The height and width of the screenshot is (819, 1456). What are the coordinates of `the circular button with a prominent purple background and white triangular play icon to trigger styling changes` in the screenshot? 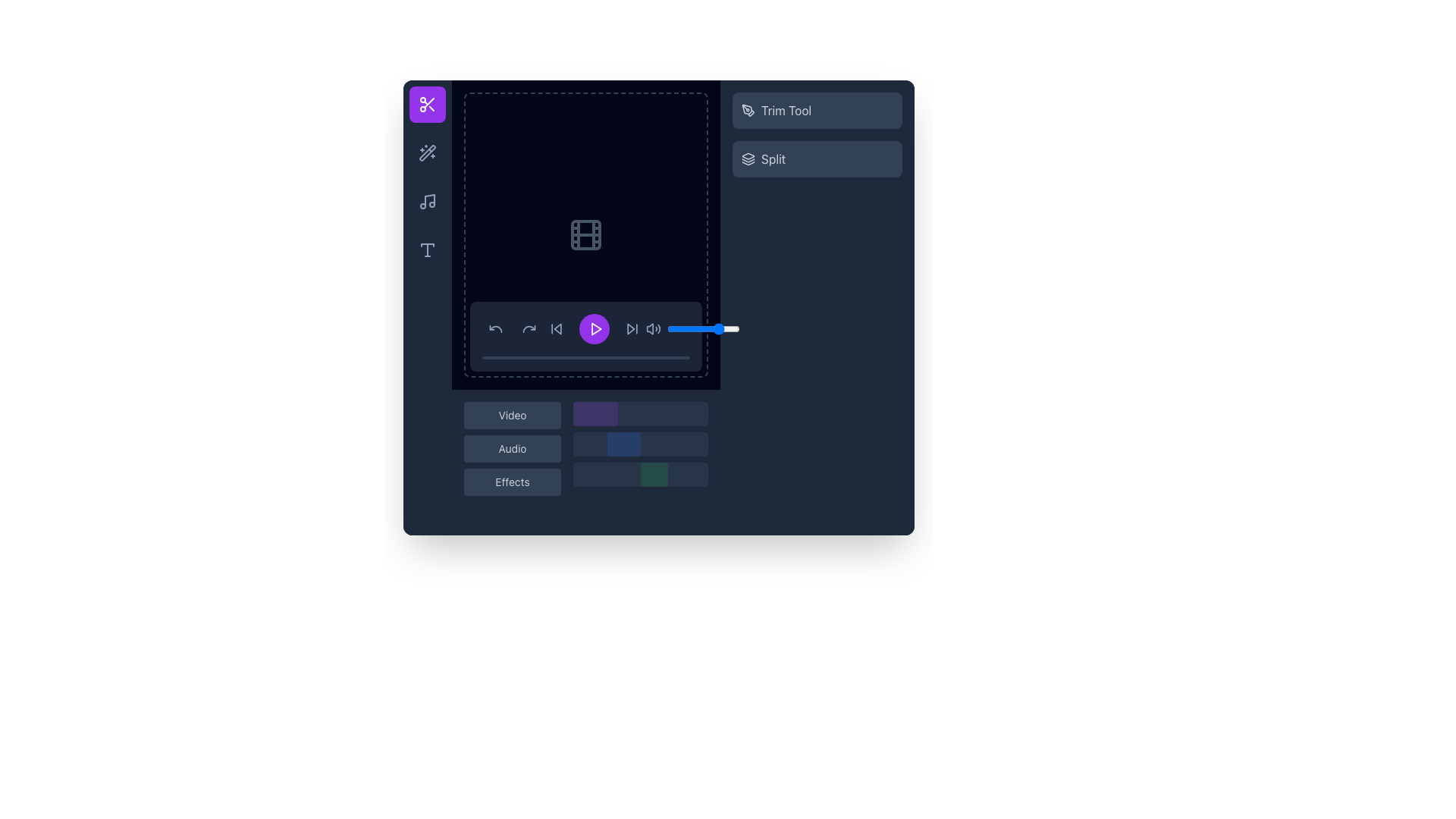 It's located at (593, 328).